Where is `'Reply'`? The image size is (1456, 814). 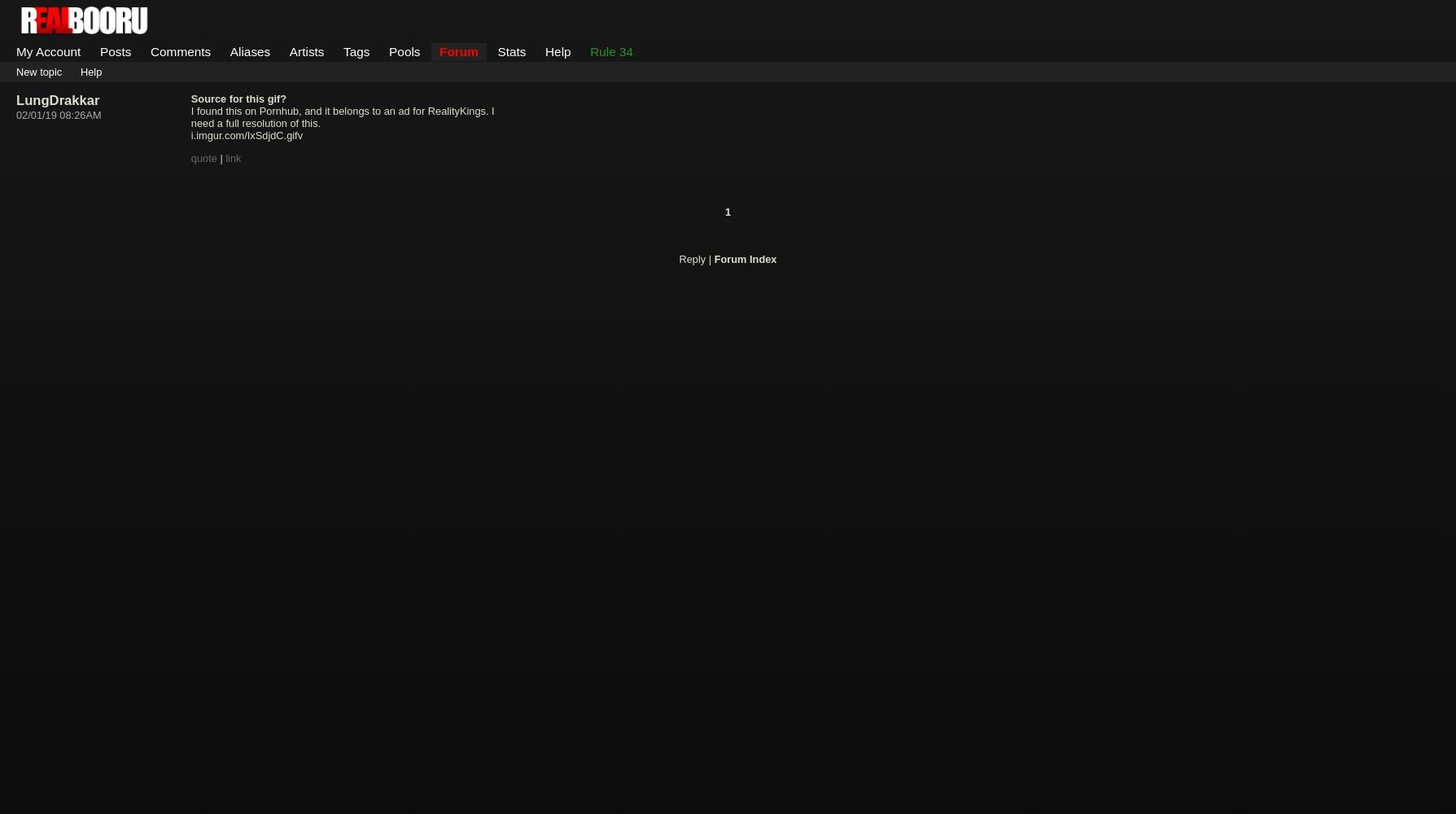
'Reply' is located at coordinates (692, 257).